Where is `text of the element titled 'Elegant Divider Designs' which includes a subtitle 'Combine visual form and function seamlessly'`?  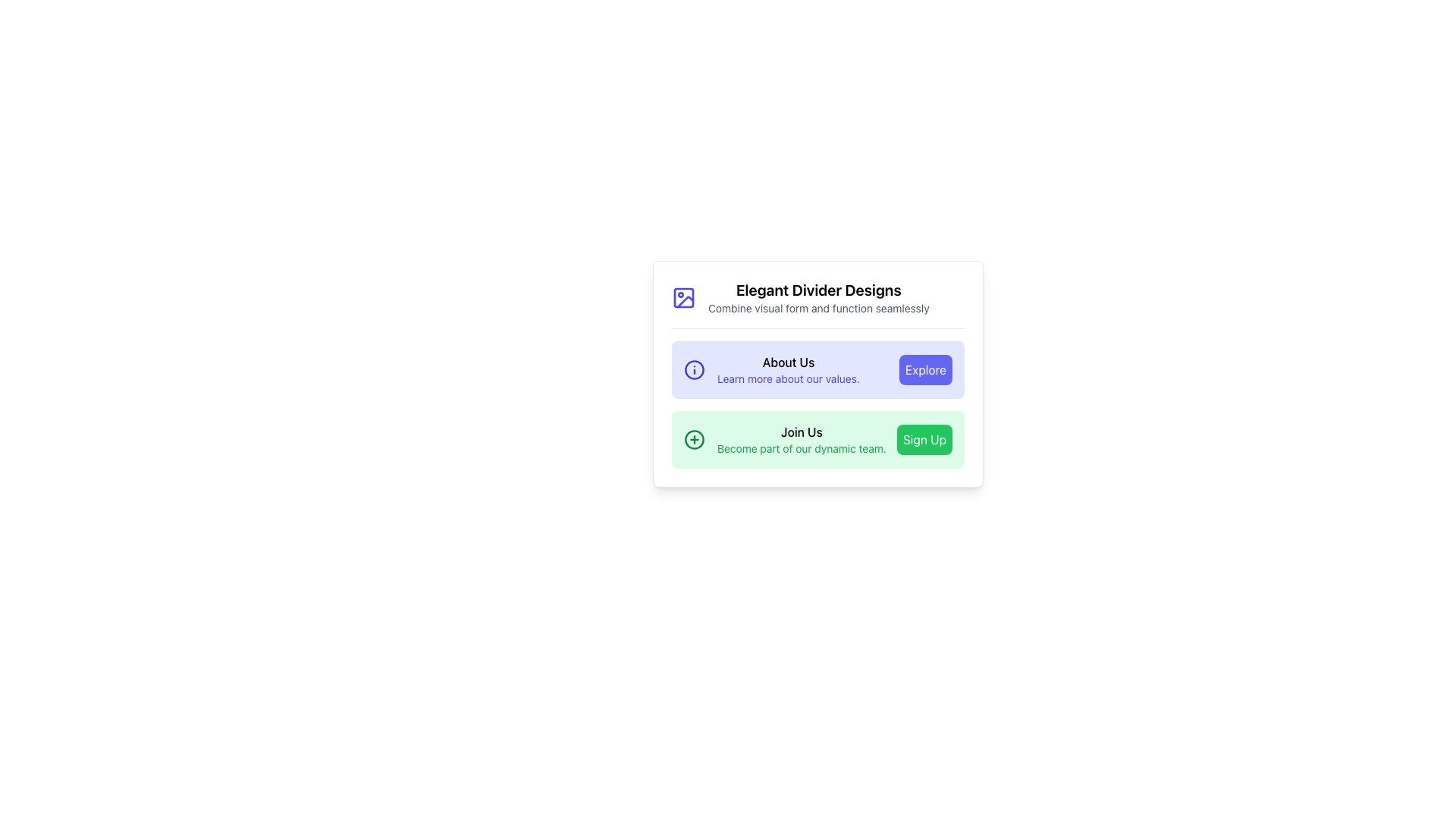 text of the element titled 'Elegant Divider Designs' which includes a subtitle 'Combine visual form and function seamlessly' is located at coordinates (817, 298).